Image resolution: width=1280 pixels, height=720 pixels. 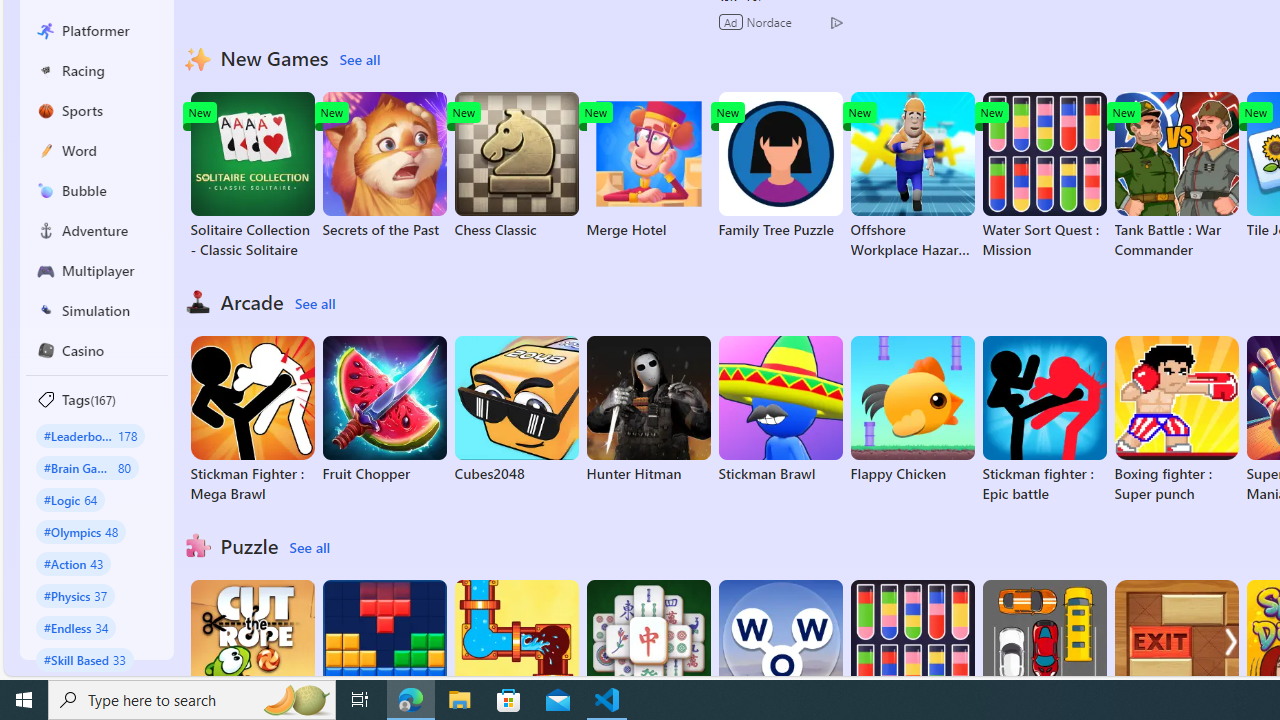 I want to click on 'Boxing fighter : Super punch', so click(x=1176, y=419).